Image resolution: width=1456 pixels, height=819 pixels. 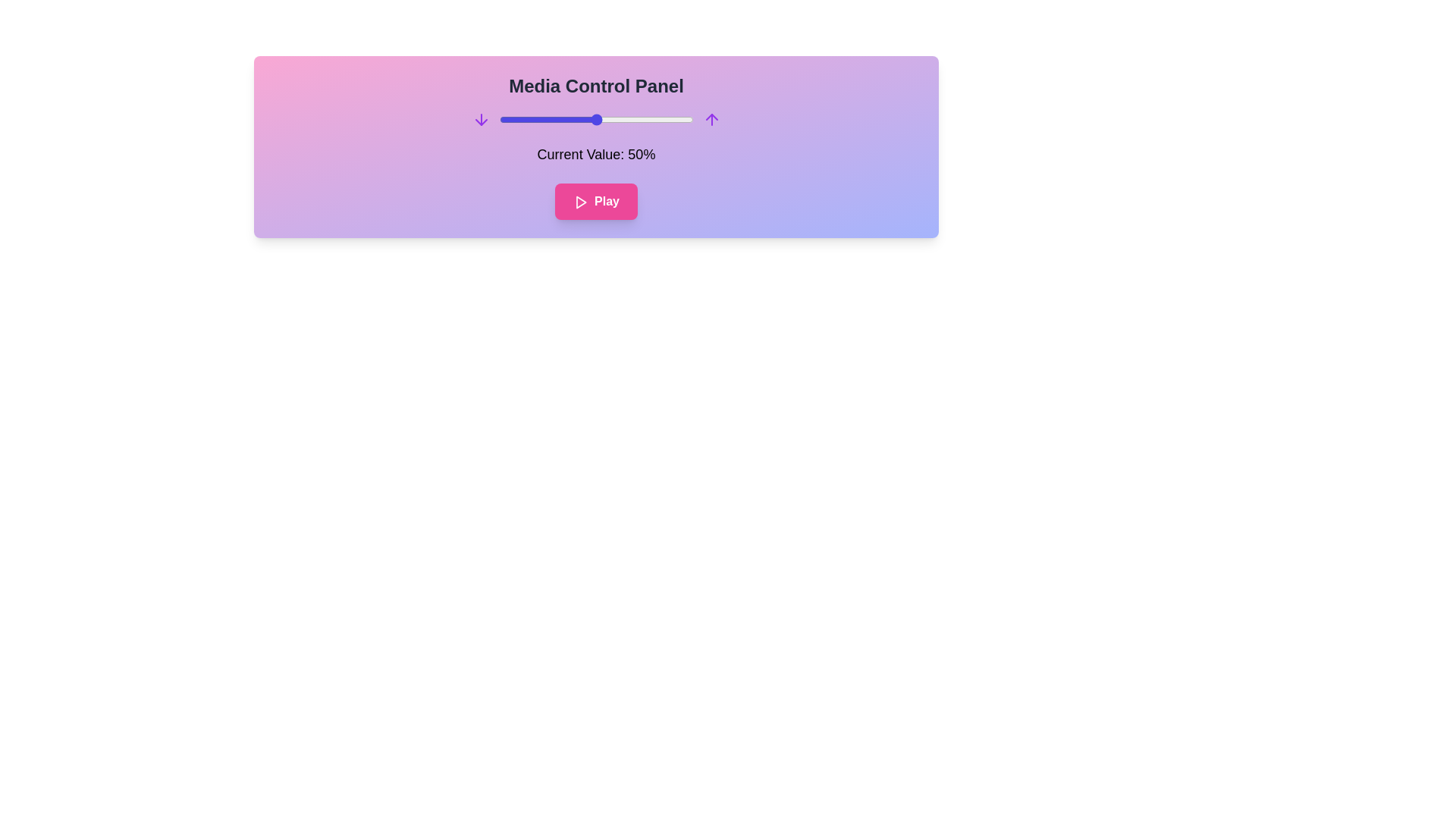 What do you see at coordinates (582, 119) in the screenshot?
I see `the slider to set its value to 43` at bounding box center [582, 119].